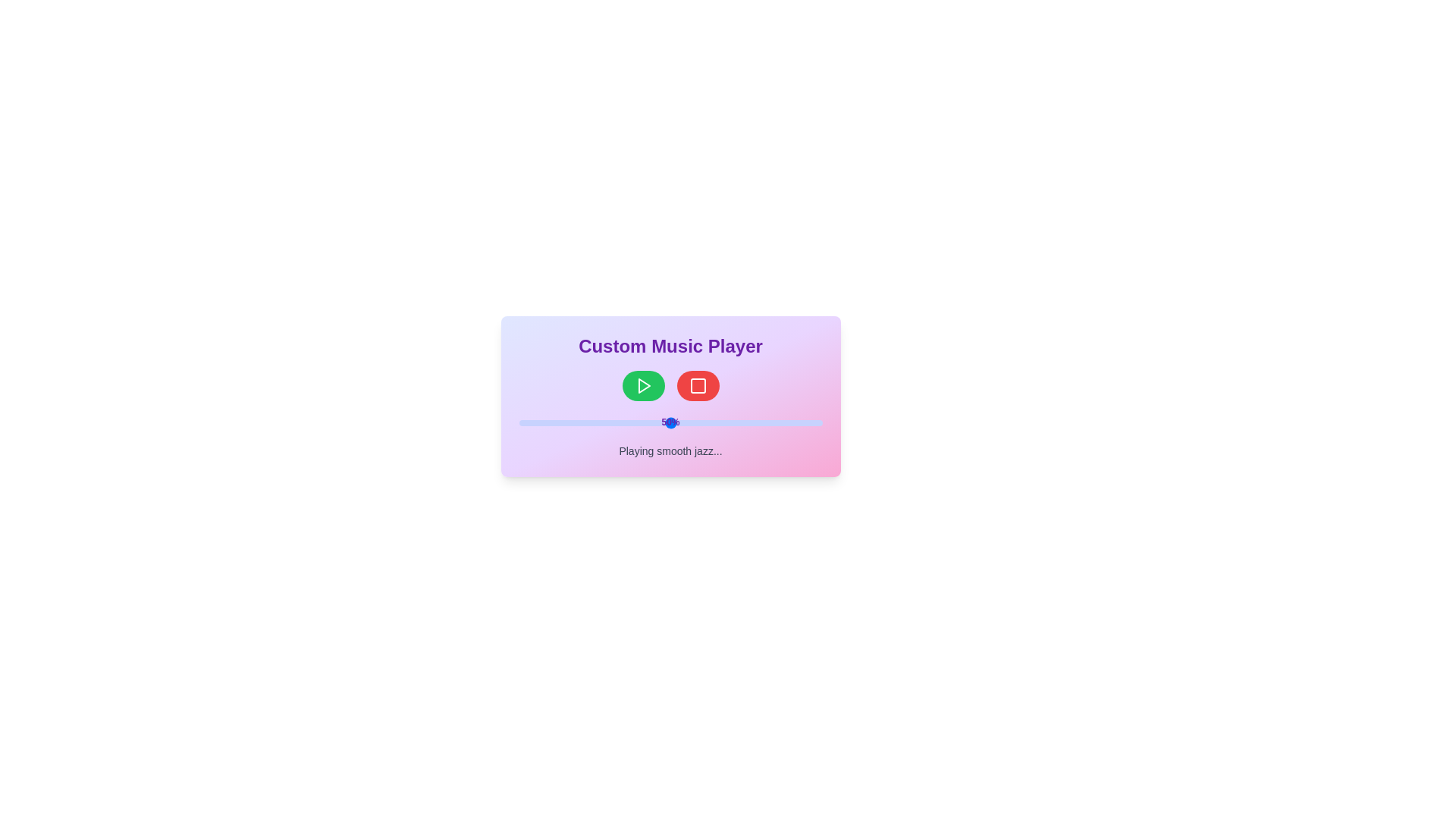 This screenshot has height=819, width=1456. Describe the element at coordinates (697, 385) in the screenshot. I see `the small, square-shaped icon with rounded corners located slightly to the right of the center of the music player interface` at that location.